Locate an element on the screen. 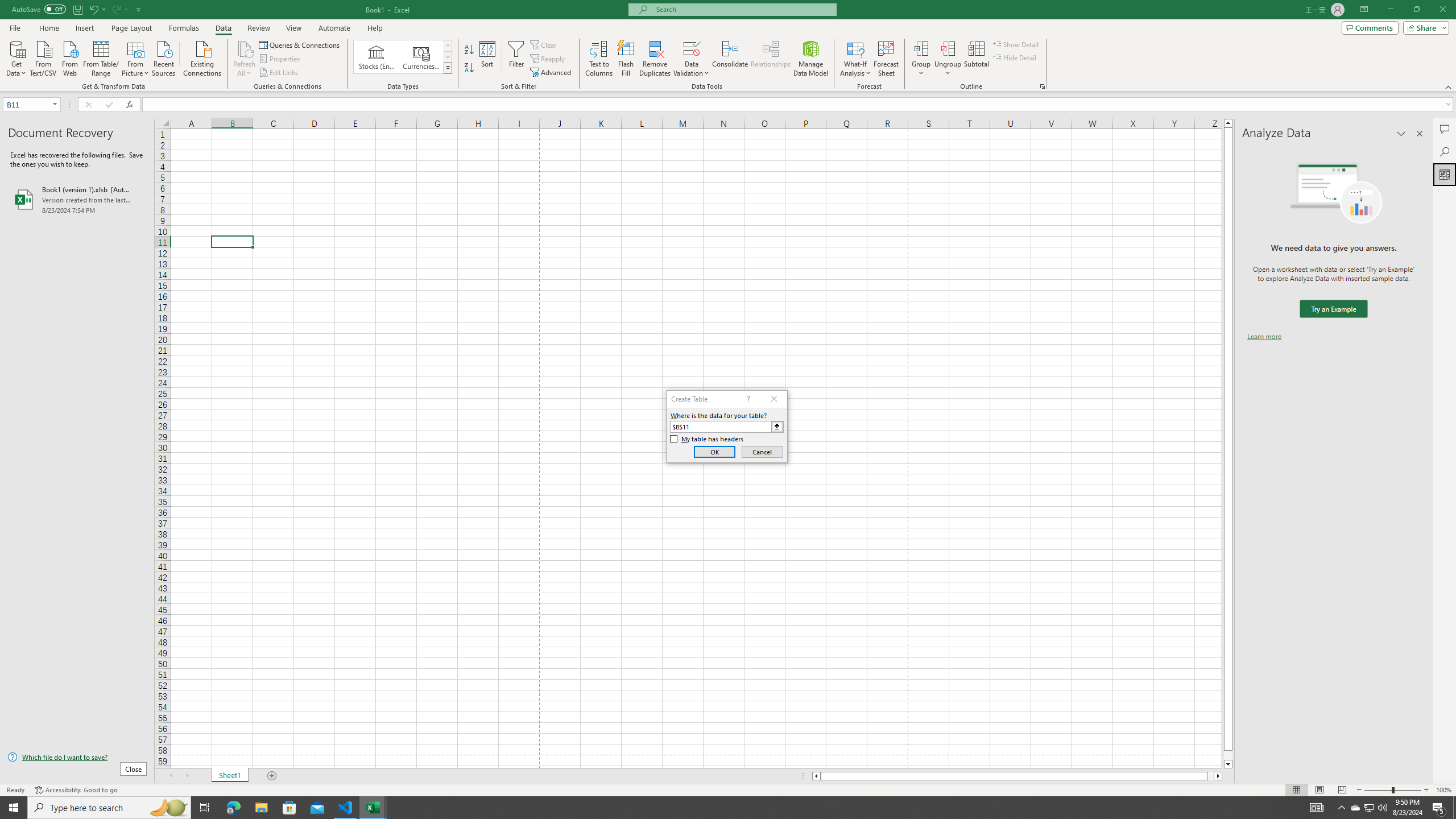 The height and width of the screenshot is (819, 1456). 'Home' is located at coordinates (48, 28).